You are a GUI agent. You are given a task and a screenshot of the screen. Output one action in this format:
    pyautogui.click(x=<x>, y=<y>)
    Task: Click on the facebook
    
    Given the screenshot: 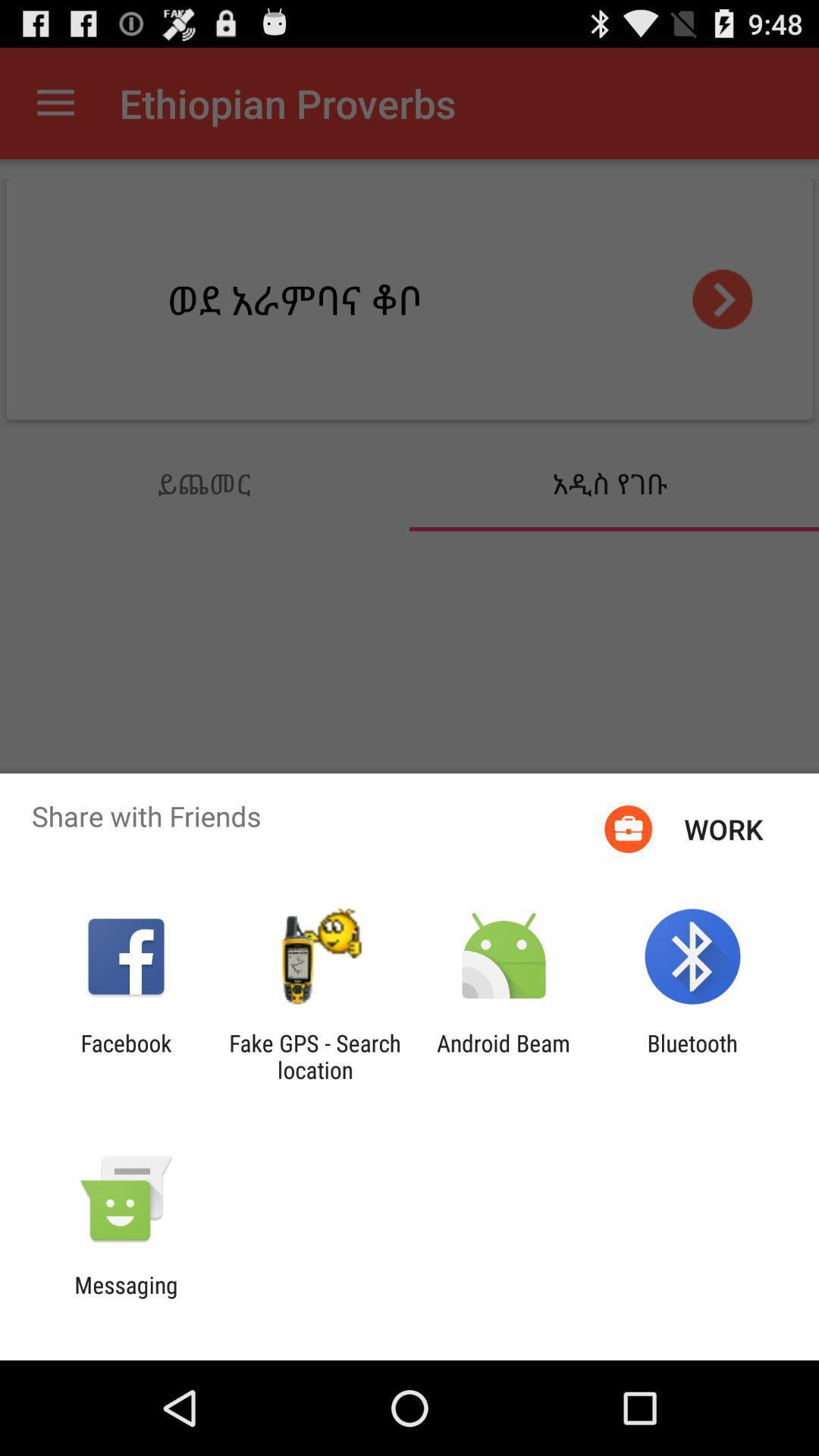 What is the action you would take?
    pyautogui.click(x=125, y=1056)
    